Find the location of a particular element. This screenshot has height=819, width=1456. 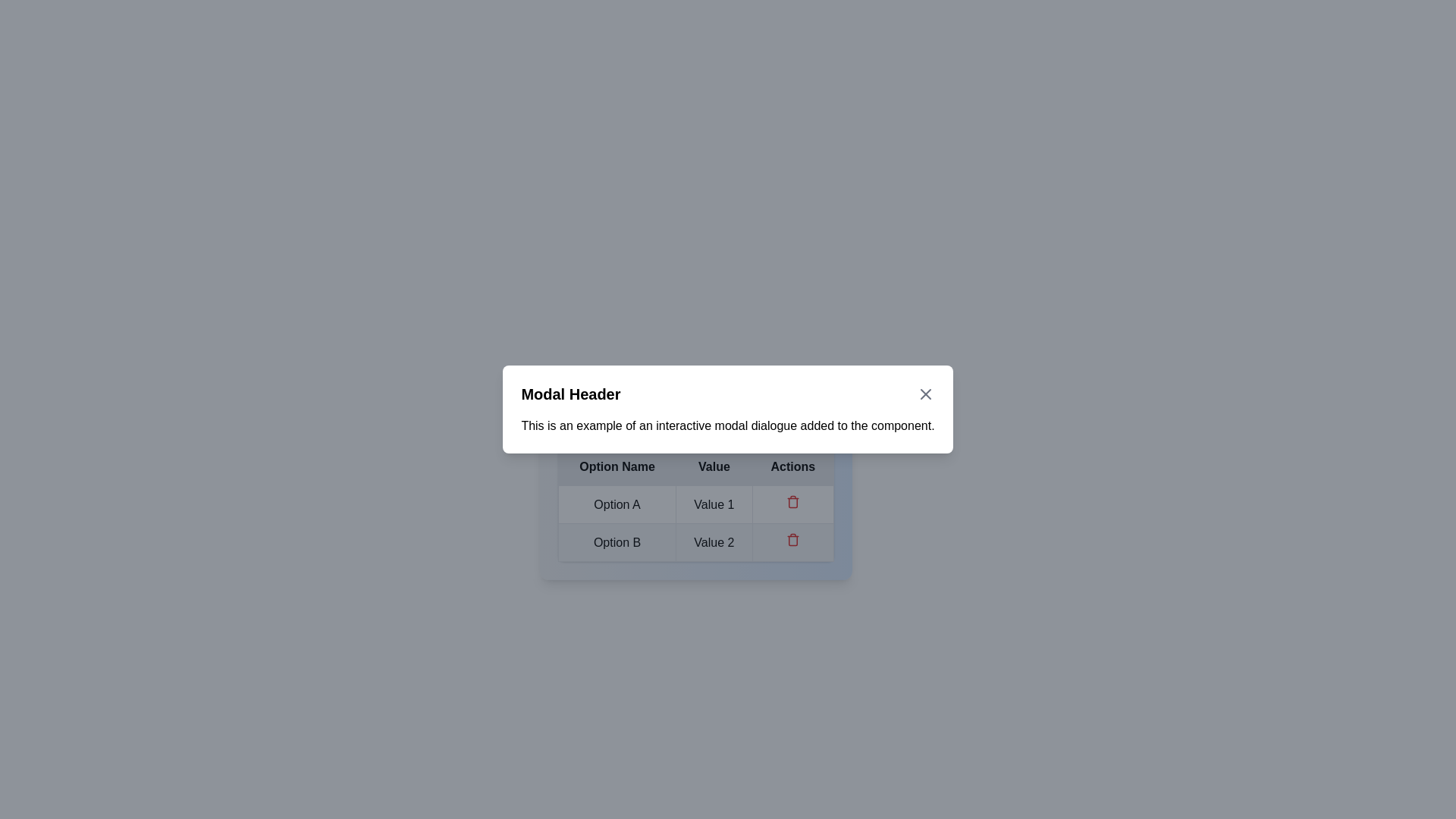

the close button icon located at the right edge of the modal dialog header is located at coordinates (924, 394).